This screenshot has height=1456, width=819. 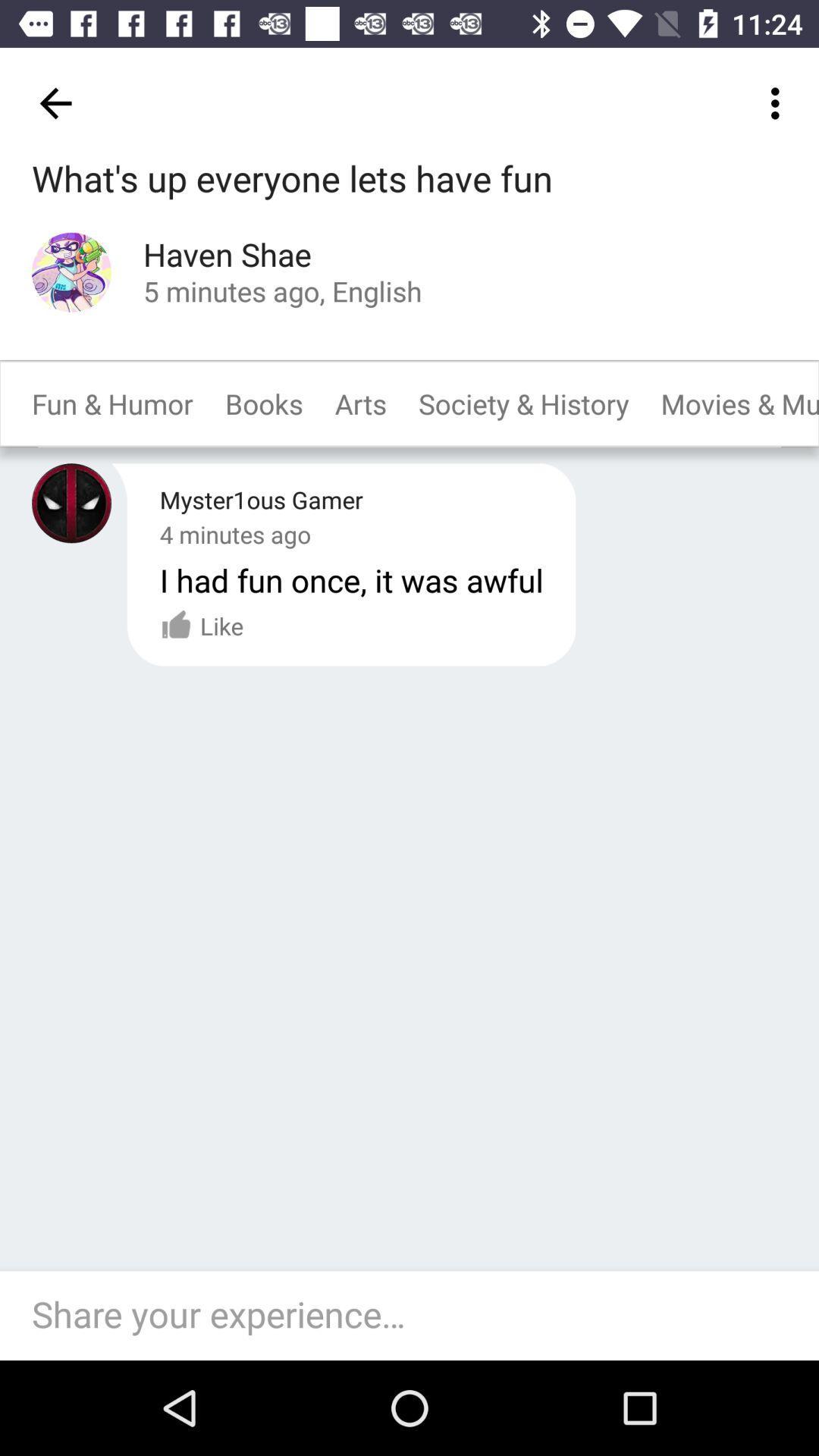 I want to click on avatar, so click(x=71, y=503).